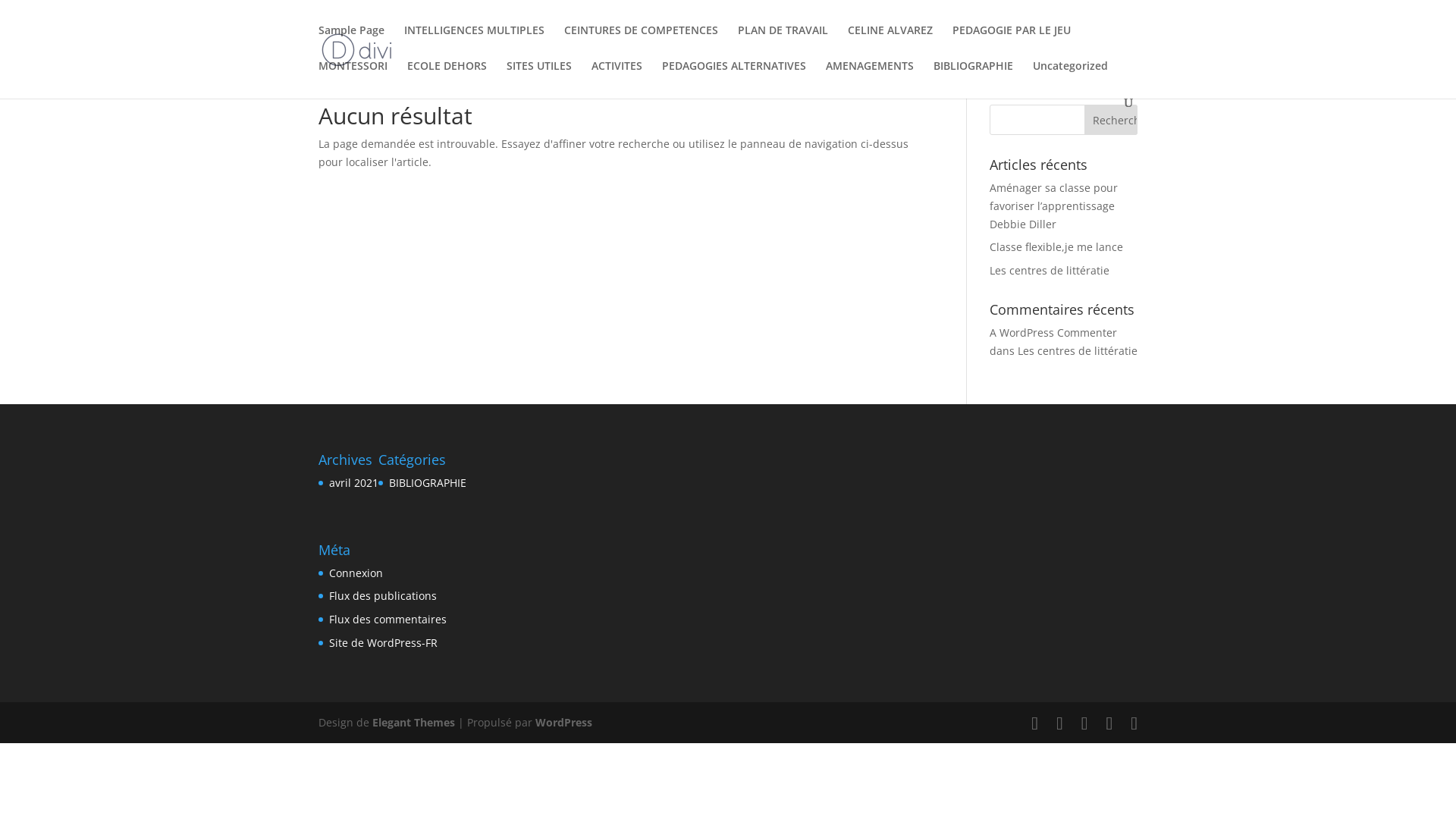 Image resolution: width=1456 pixels, height=819 pixels. I want to click on 'ACTIVITES', so click(617, 78).